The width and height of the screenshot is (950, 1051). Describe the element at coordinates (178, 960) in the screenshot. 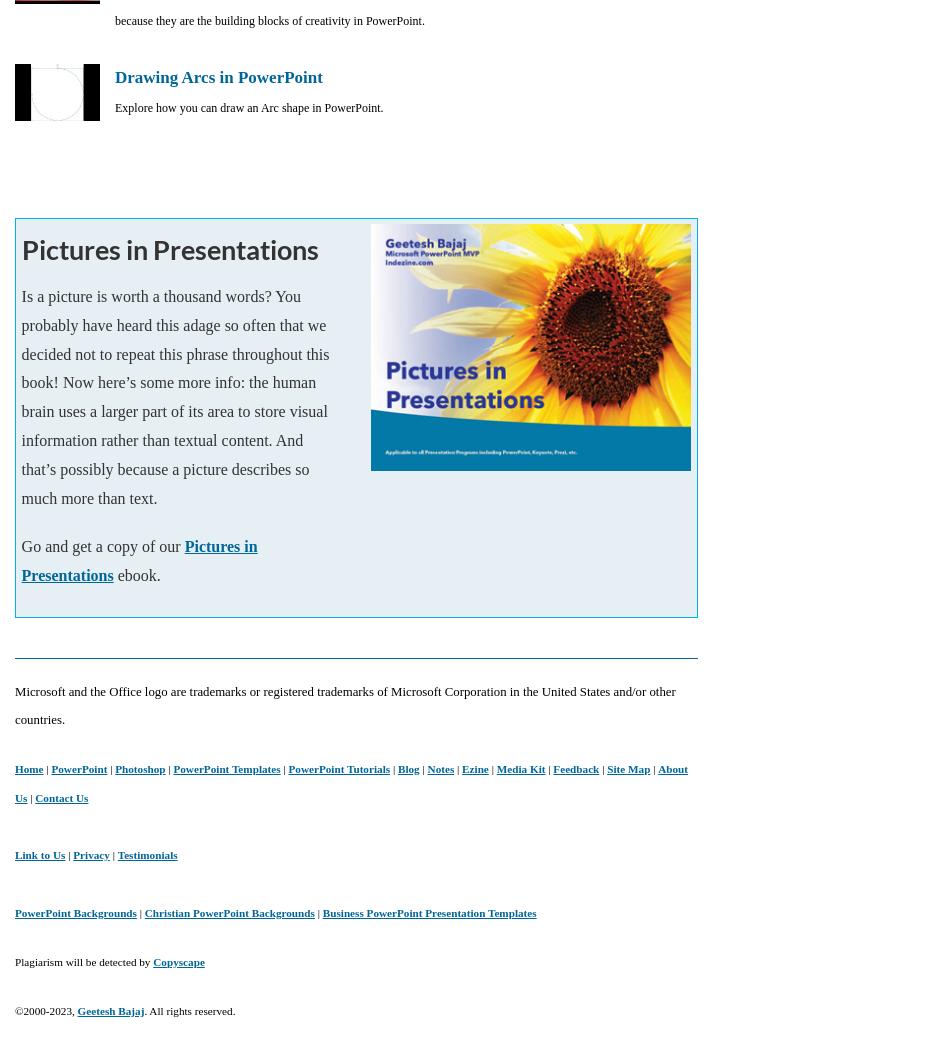

I see `'Copyscape'` at that location.